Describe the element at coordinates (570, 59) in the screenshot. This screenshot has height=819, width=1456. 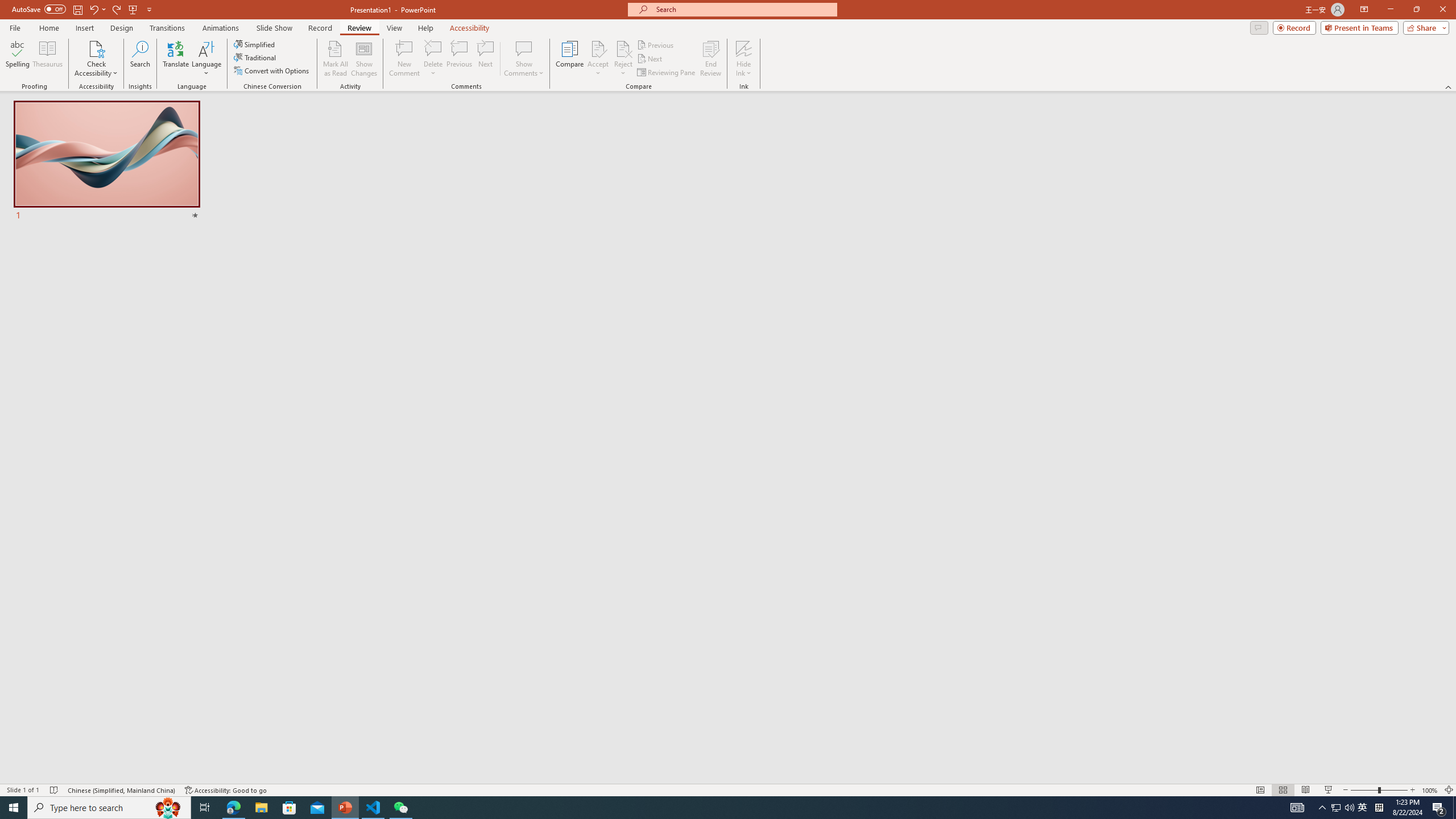
I see `'Compare'` at that location.